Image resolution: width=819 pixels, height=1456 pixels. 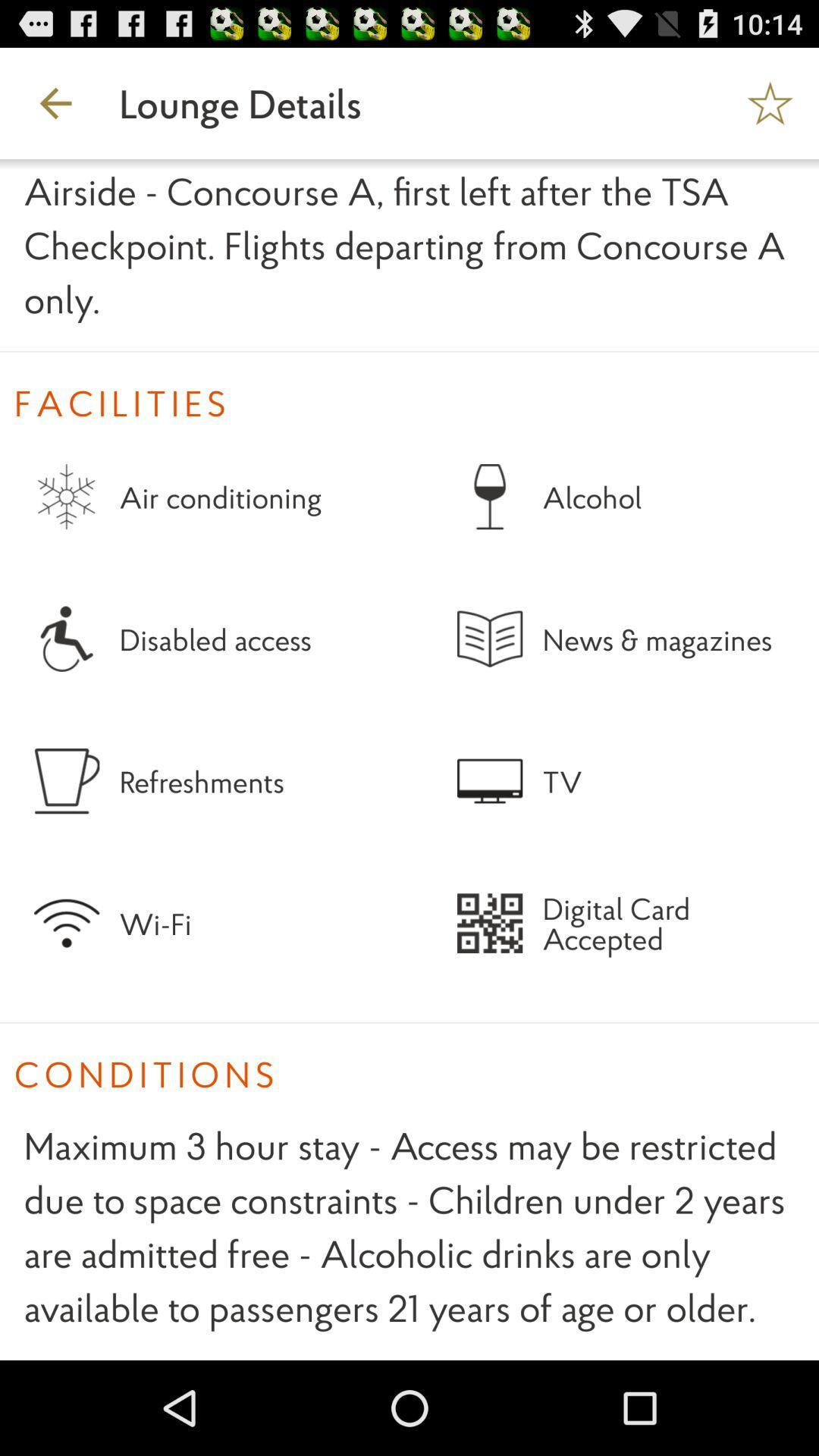 What do you see at coordinates (55, 102) in the screenshot?
I see `the app next to lounge details app` at bounding box center [55, 102].